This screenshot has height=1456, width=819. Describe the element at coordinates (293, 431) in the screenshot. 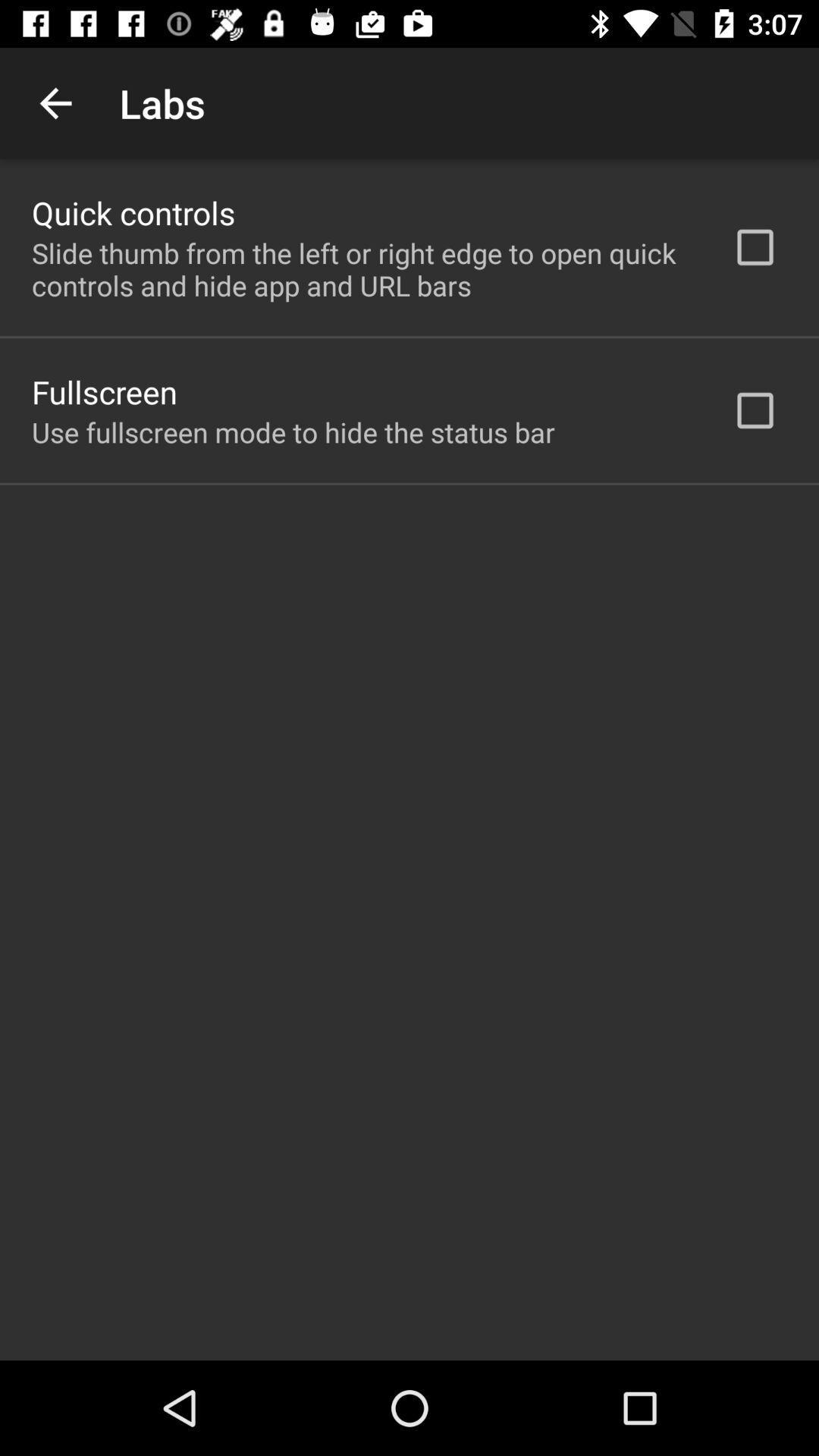

I see `the use fullscreen mode item` at that location.